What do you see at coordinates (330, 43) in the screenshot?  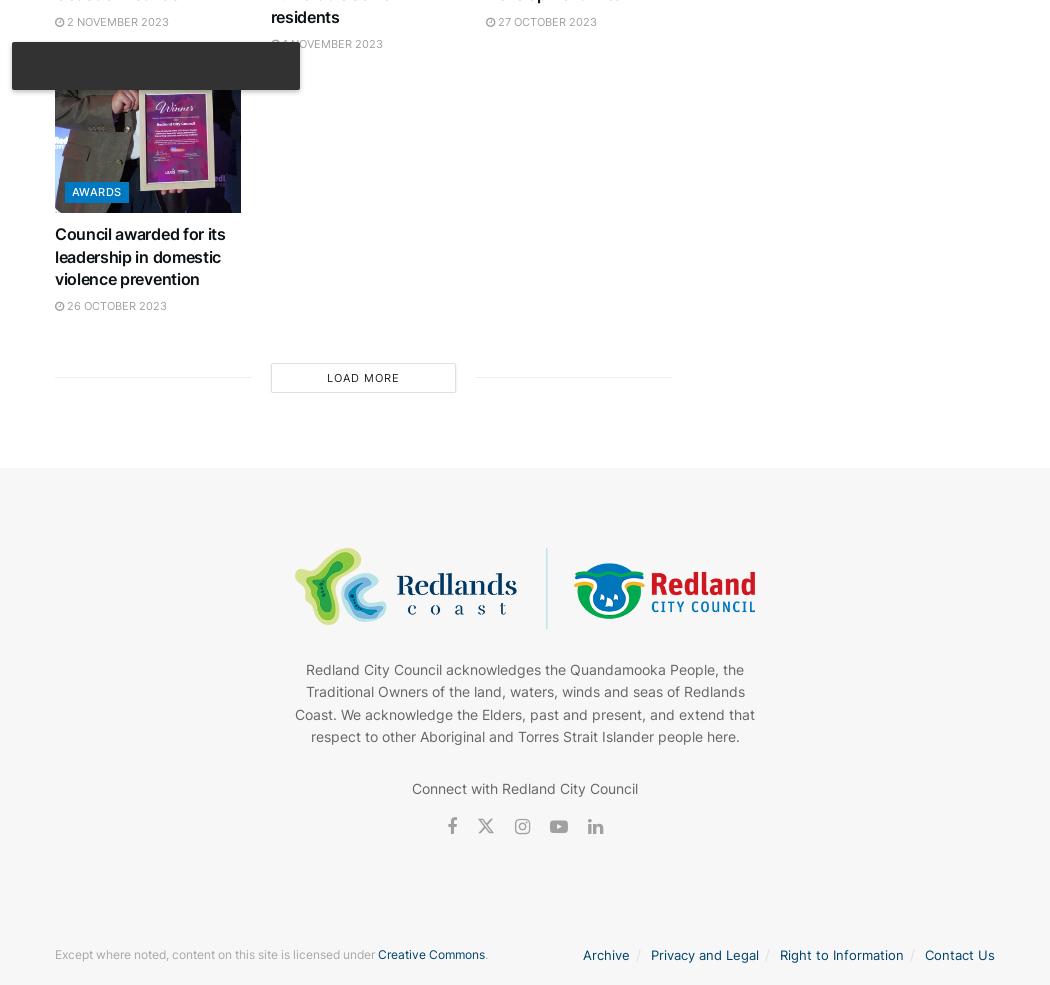 I see `'1 November 2023'` at bounding box center [330, 43].